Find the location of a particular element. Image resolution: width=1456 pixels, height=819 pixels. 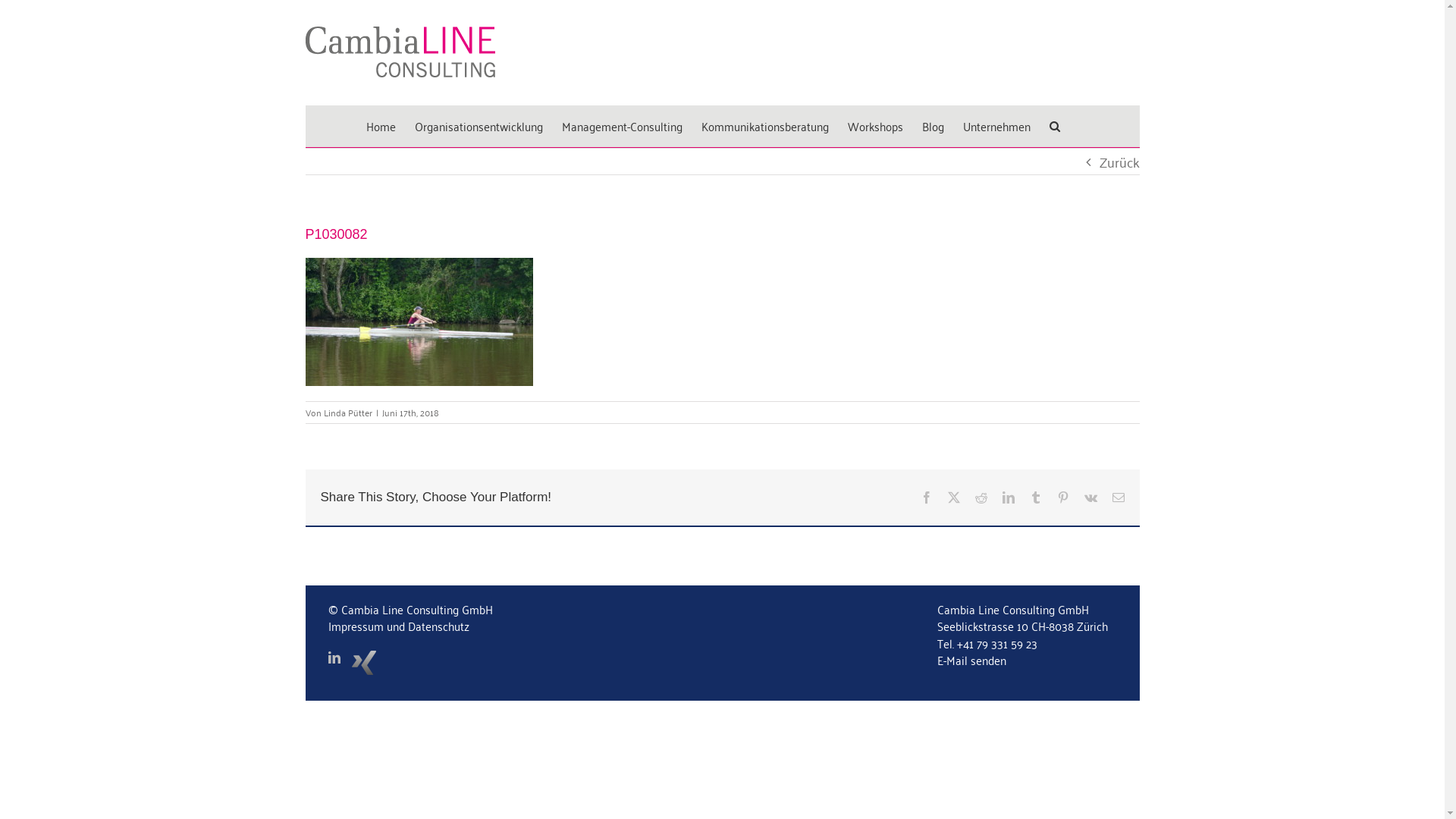

'E-Mail senden' is located at coordinates (971, 659).